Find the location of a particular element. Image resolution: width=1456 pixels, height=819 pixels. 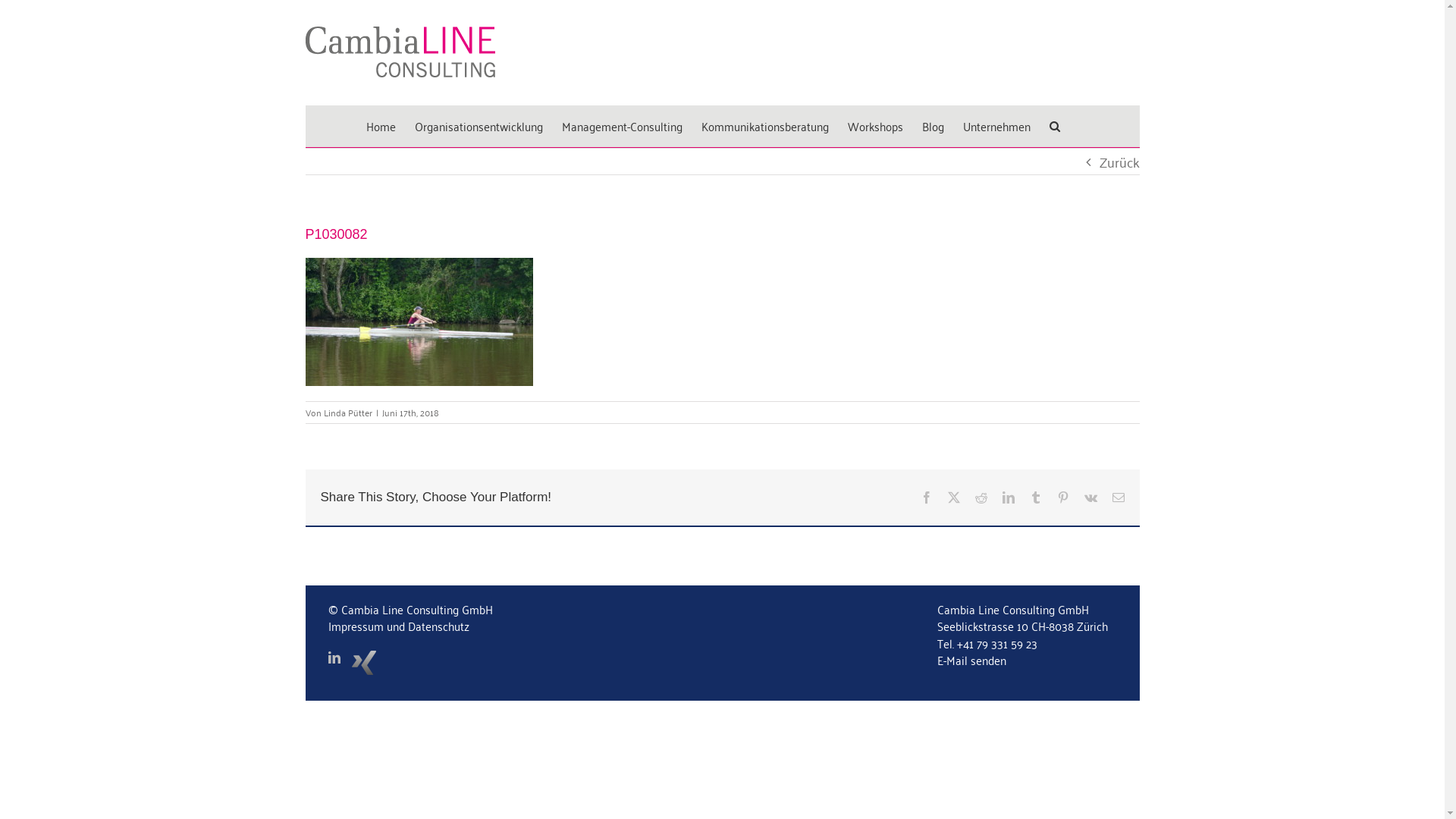

'E-Mail senden' is located at coordinates (971, 659).